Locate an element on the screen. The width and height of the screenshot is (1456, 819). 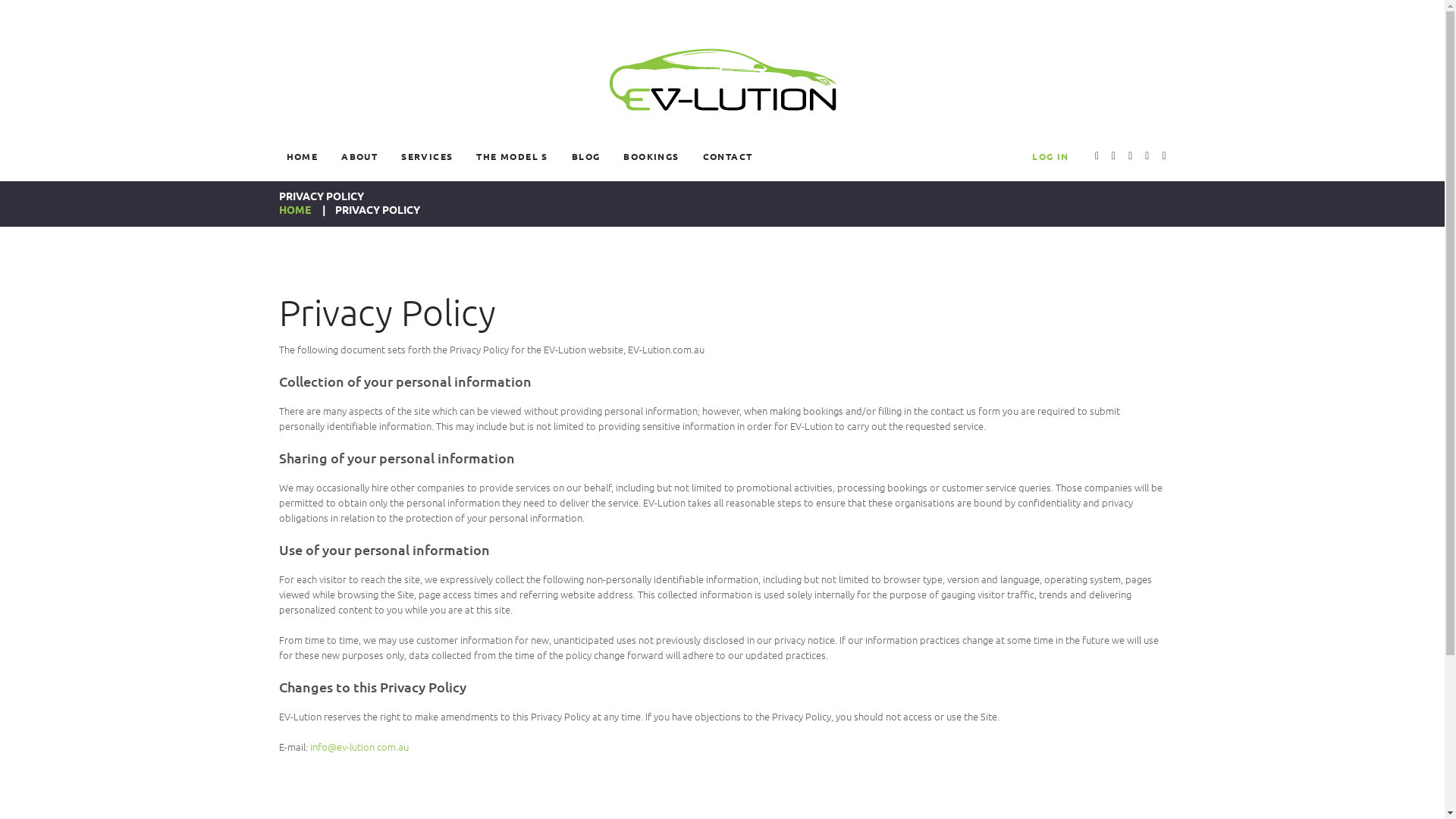
'HOME' is located at coordinates (294, 209).